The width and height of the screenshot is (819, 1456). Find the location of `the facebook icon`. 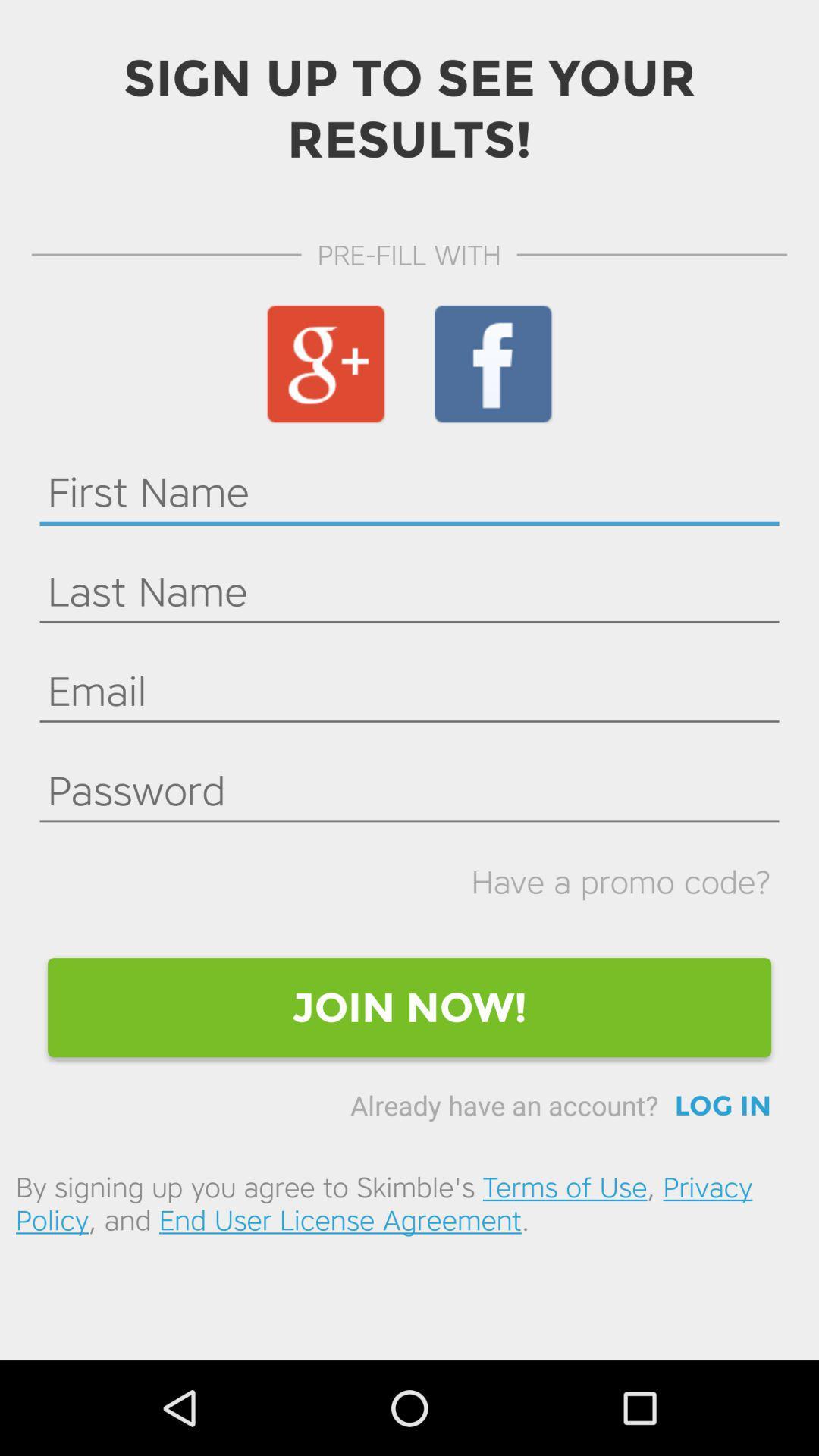

the facebook icon is located at coordinates (493, 364).